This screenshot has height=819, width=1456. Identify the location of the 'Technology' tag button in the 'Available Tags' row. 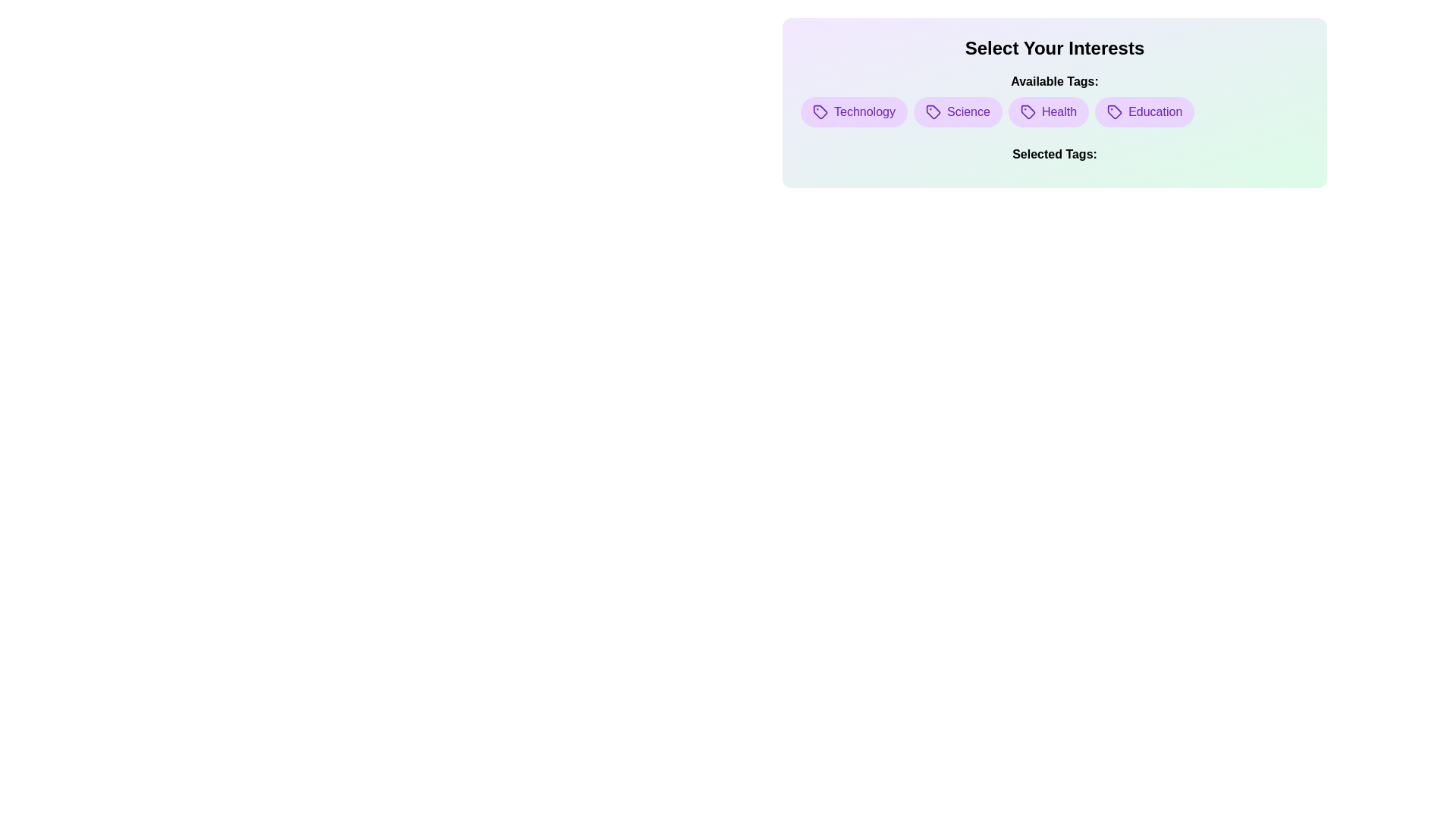
(854, 111).